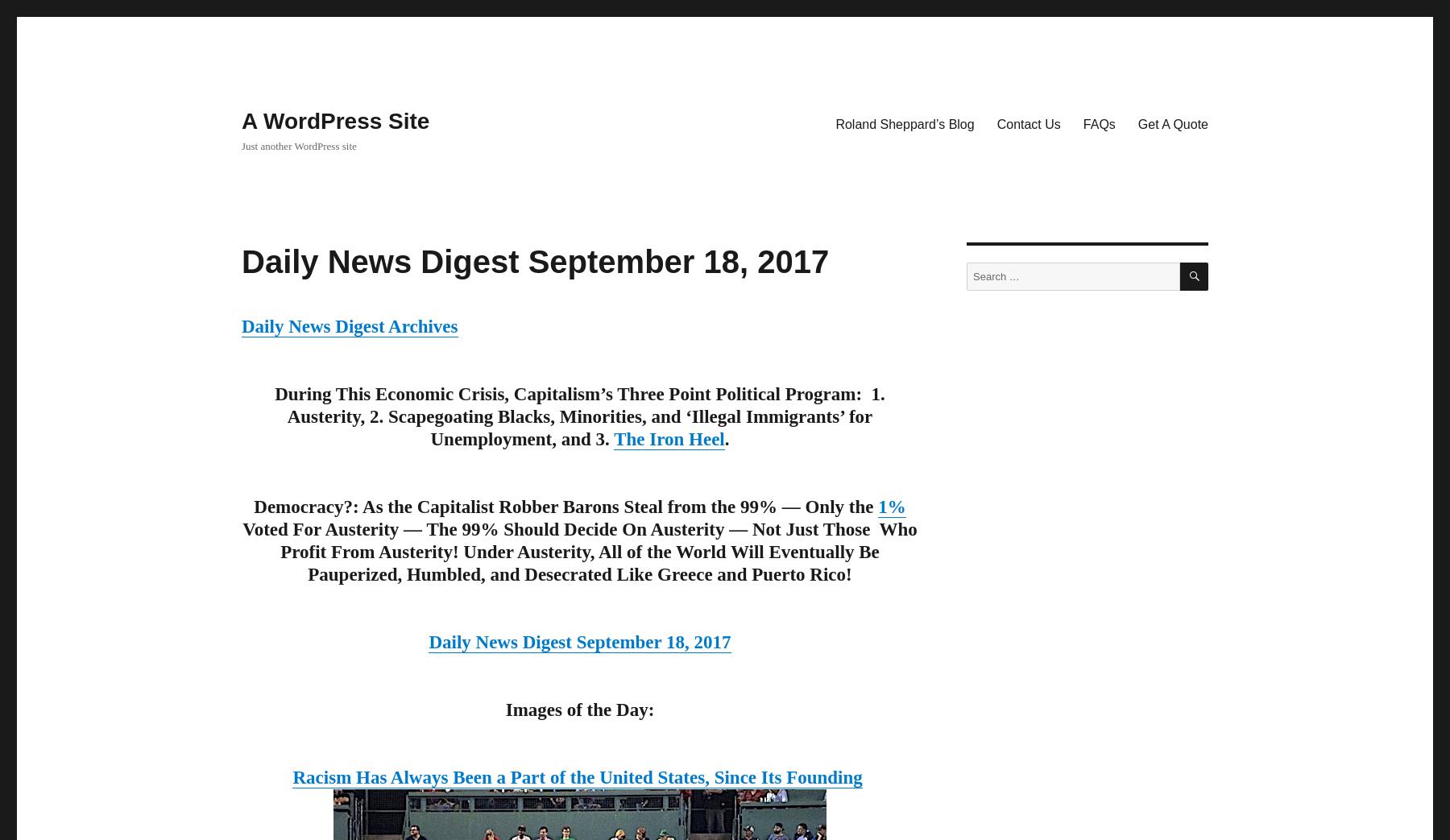 The height and width of the screenshot is (840, 1450). Describe the element at coordinates (1098, 122) in the screenshot. I see `'FAQs'` at that location.